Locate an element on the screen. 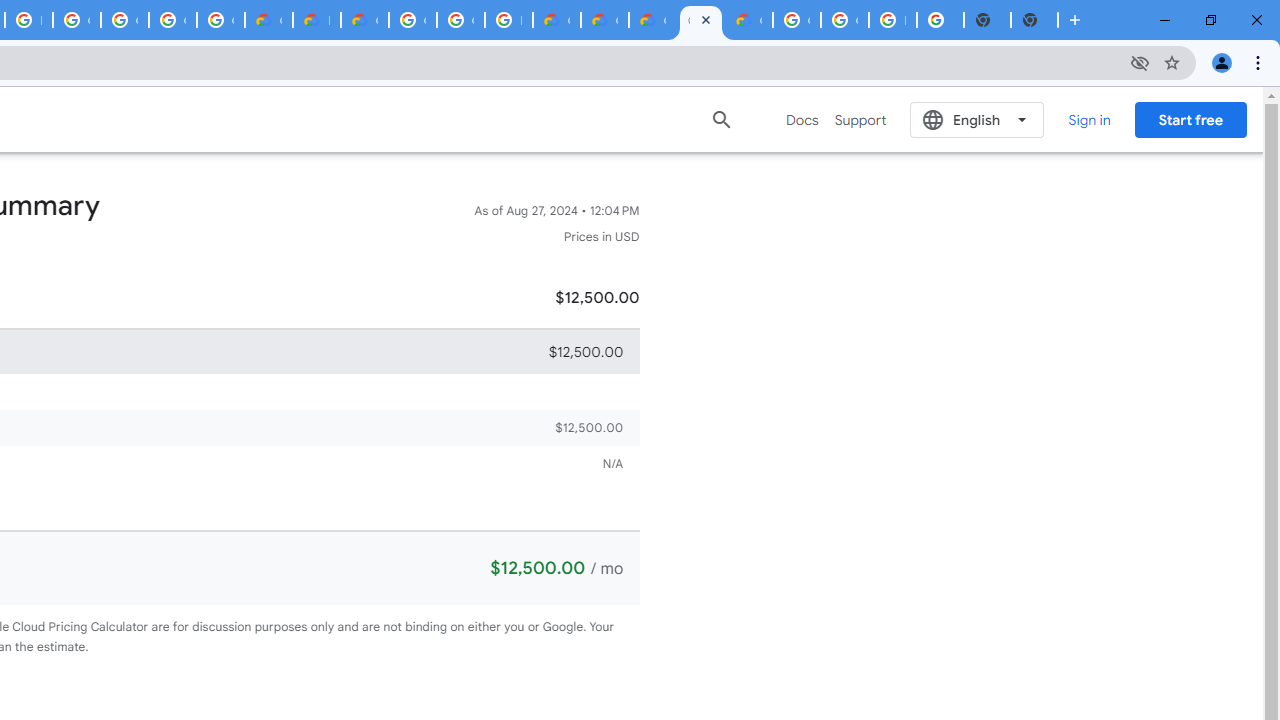  'Google Cloud Platform' is located at coordinates (459, 20).